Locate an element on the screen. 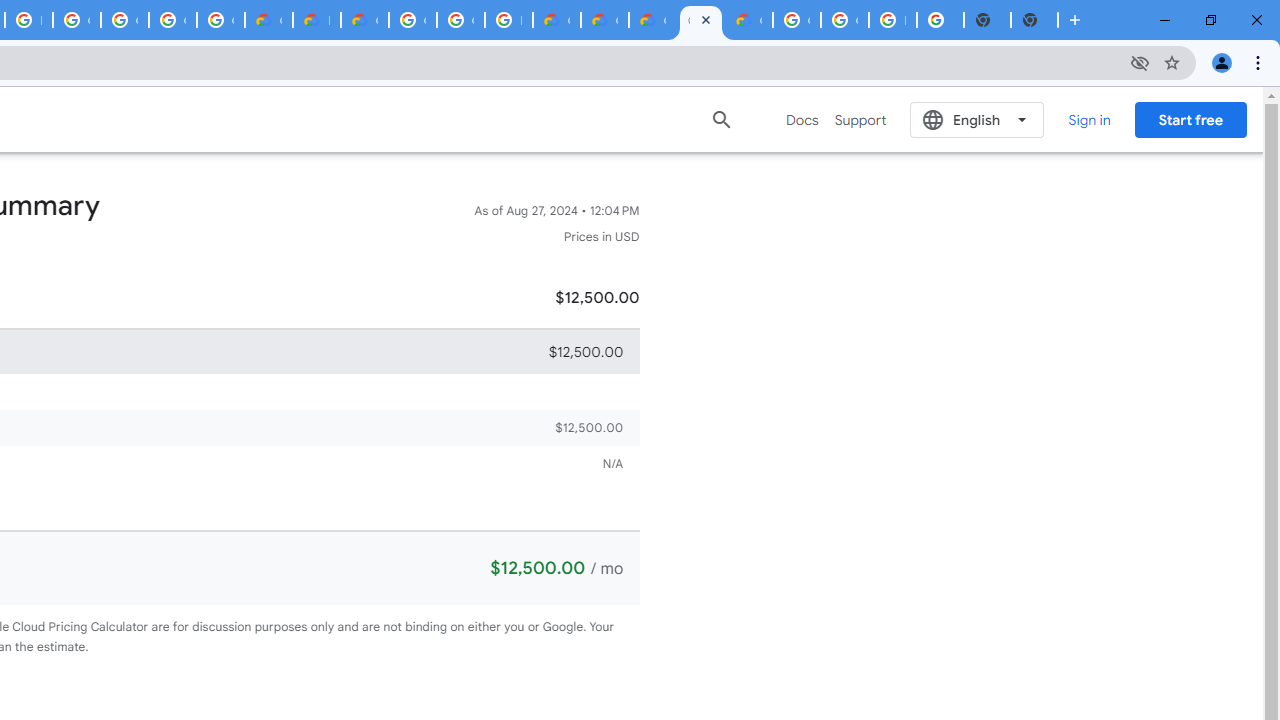  'Google Cloud Platform' is located at coordinates (459, 20).